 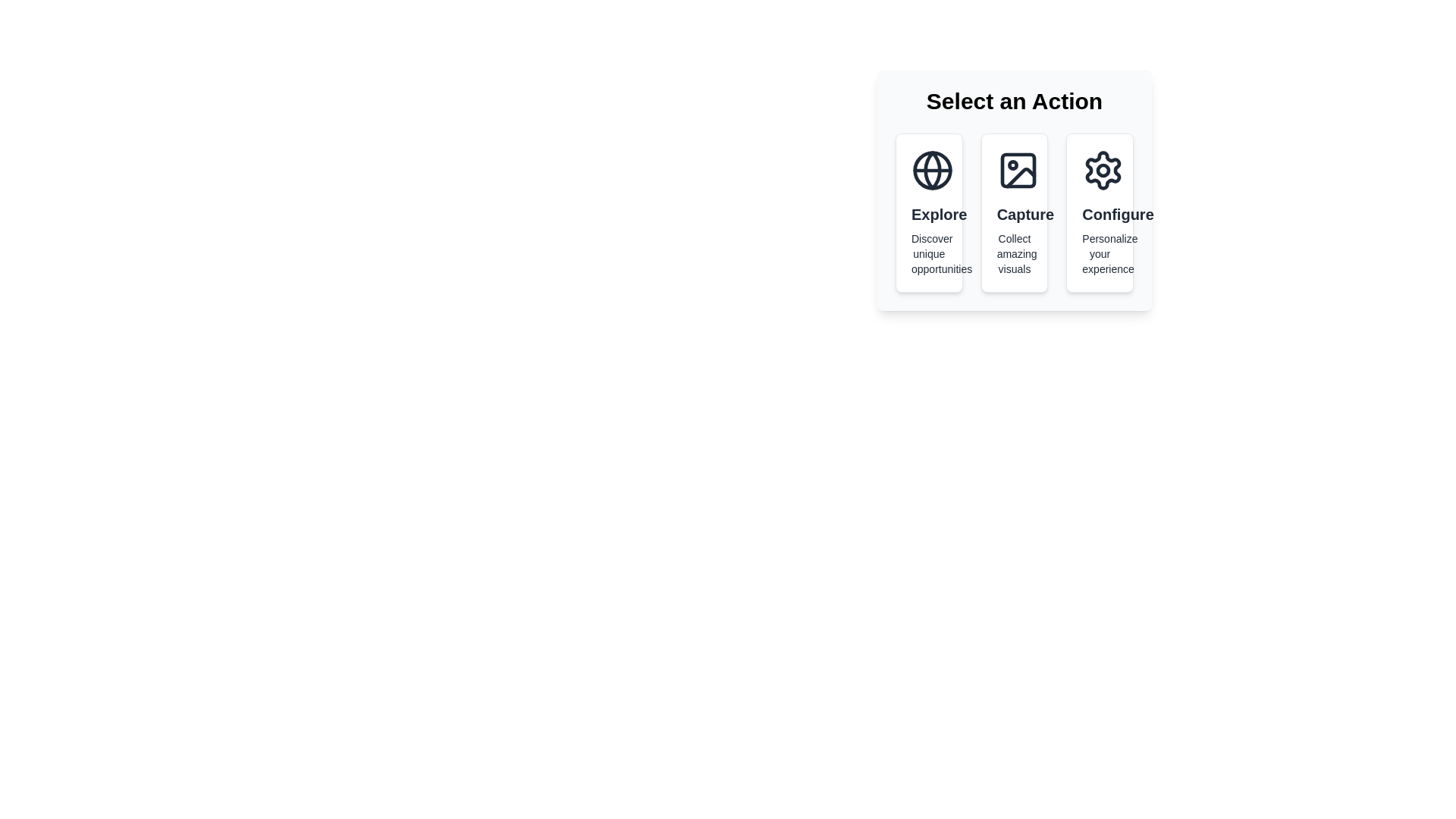 I want to click on the settings icon located in the rightmost position of the 'Configure' option card, which is above the text 'Configure', so click(x=1103, y=170).